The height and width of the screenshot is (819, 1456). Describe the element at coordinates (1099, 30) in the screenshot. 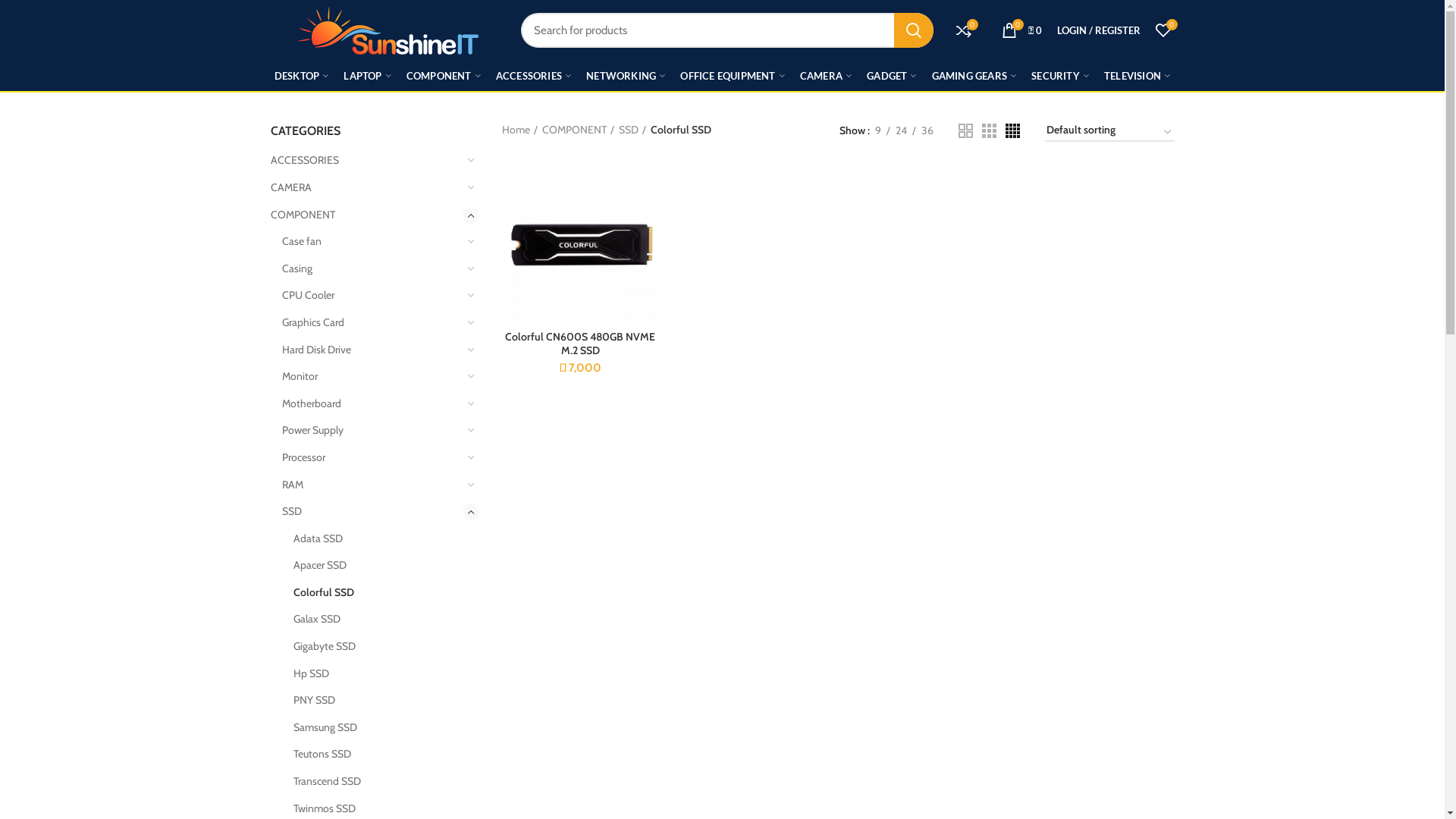

I see `'LOGIN / REGISTER'` at that location.